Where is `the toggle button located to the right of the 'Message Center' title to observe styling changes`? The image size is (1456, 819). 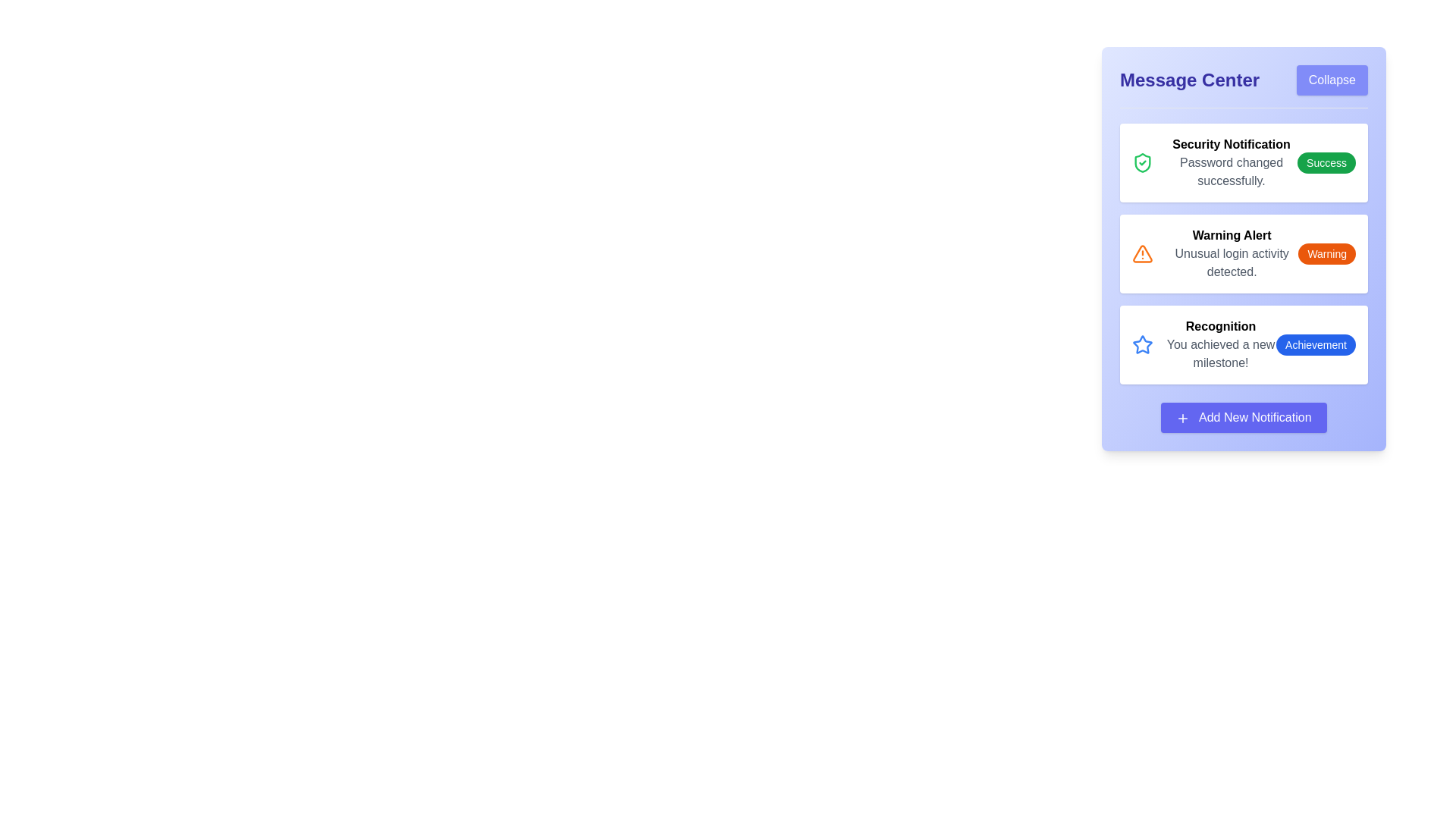
the toggle button located to the right of the 'Message Center' title to observe styling changes is located at coordinates (1331, 80).